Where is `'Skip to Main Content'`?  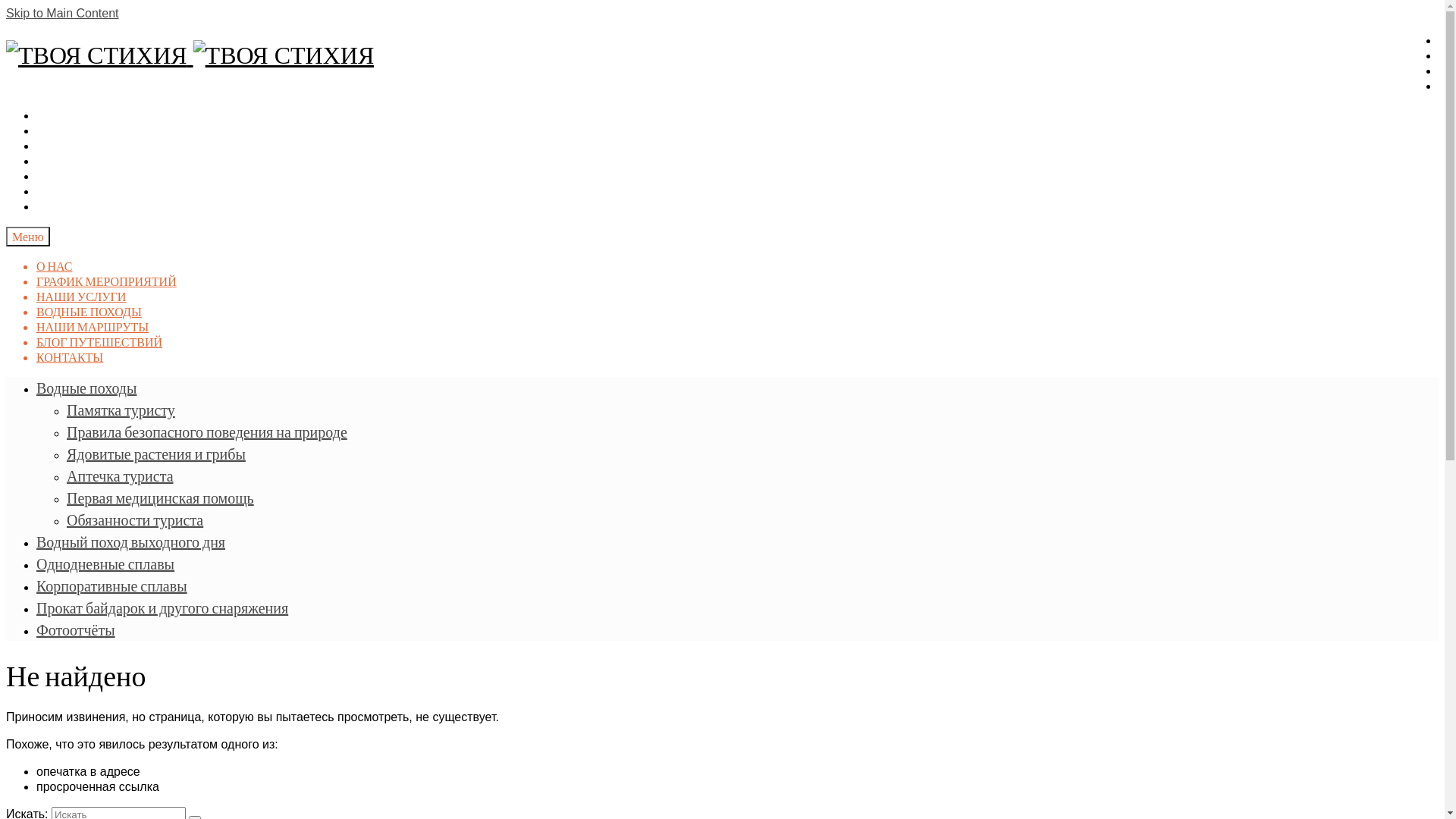 'Skip to Main Content' is located at coordinates (61, 13).